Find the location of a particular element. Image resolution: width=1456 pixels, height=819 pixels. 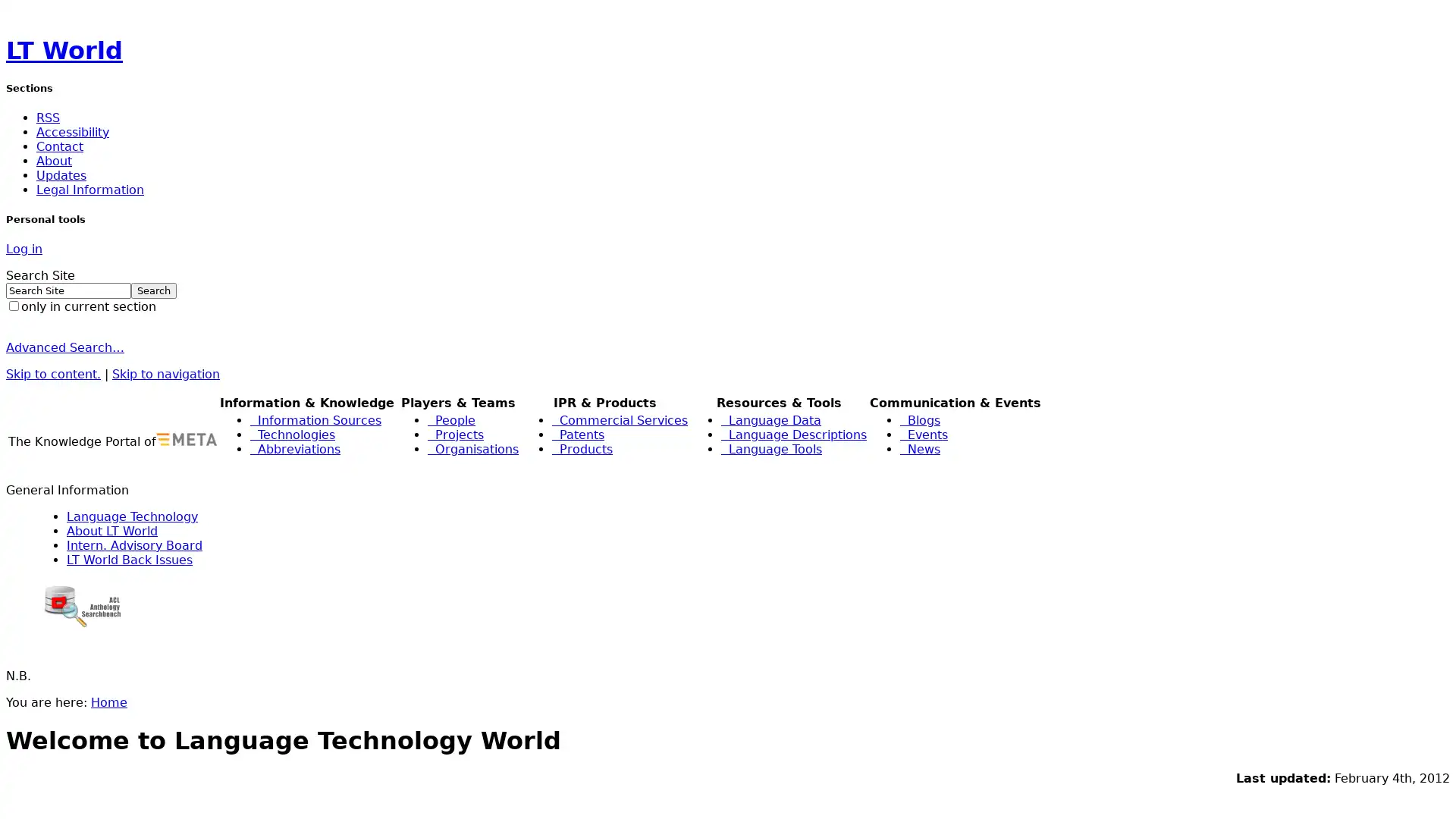

Search is located at coordinates (153, 290).